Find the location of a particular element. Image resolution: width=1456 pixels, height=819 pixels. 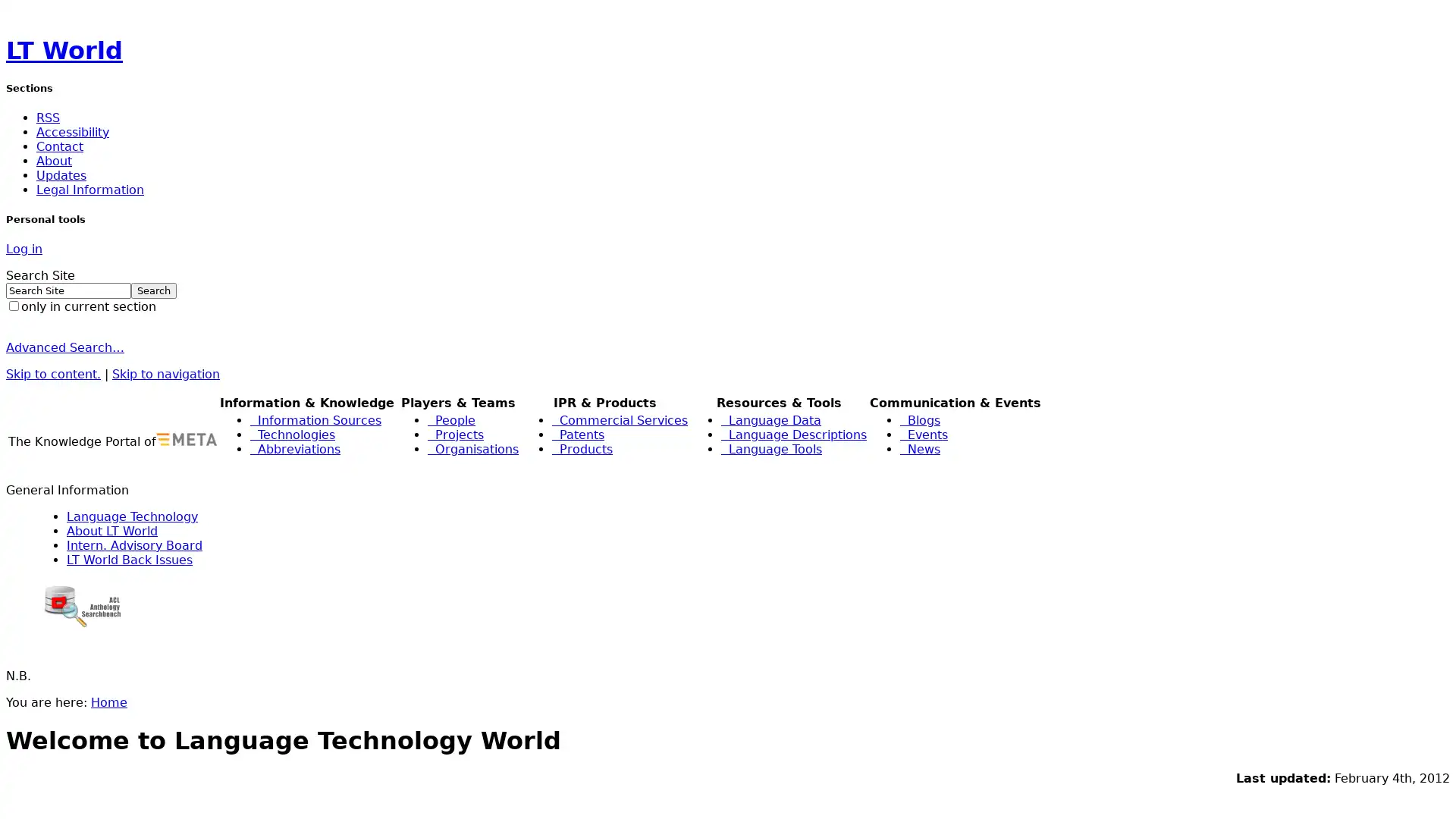

Search is located at coordinates (153, 290).